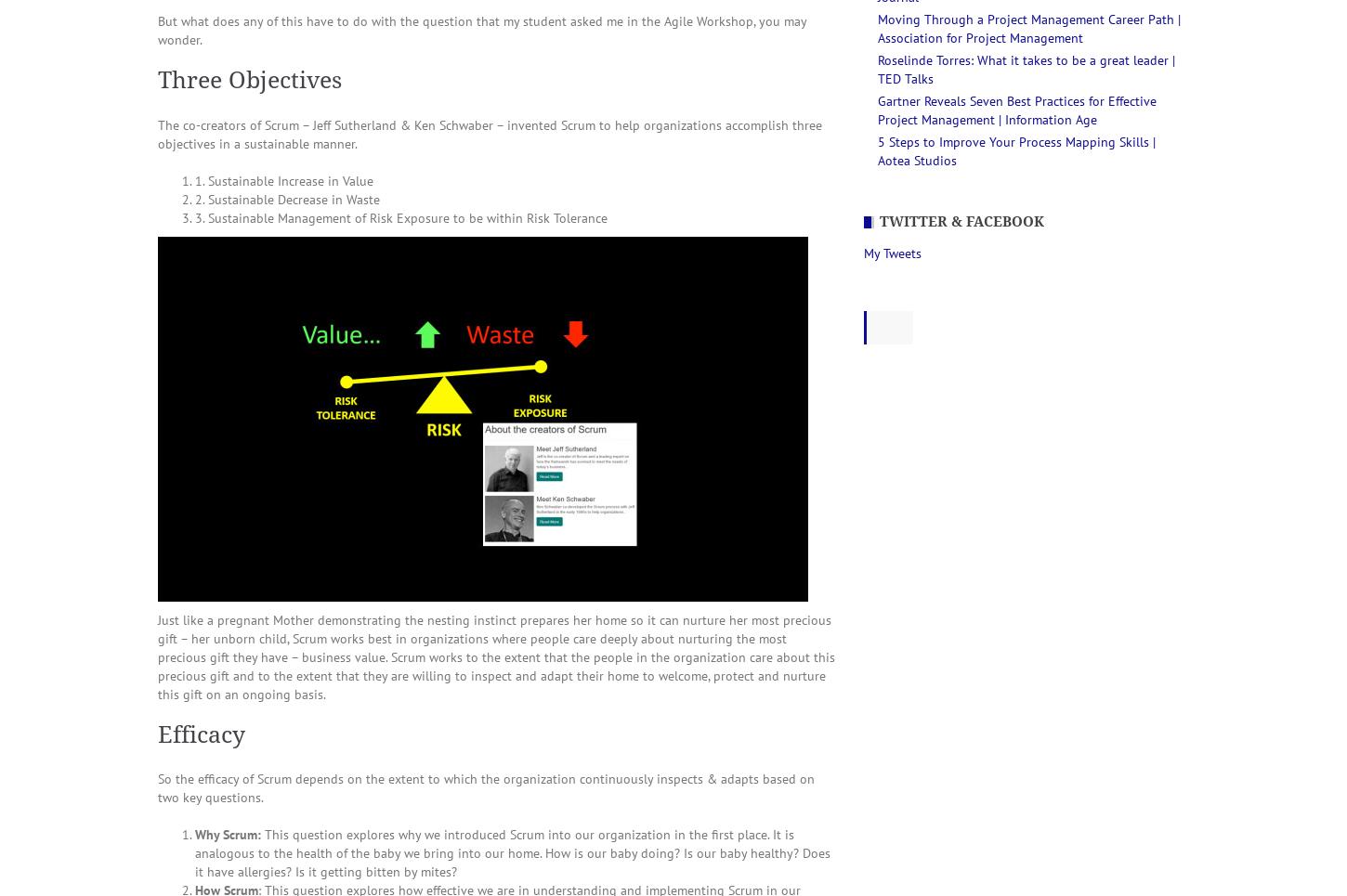 The width and height of the screenshot is (1347, 896). I want to click on 'But what does any of this have to do with the question that my student asked me in the Agile Workshop, you may wonder.', so click(481, 30).